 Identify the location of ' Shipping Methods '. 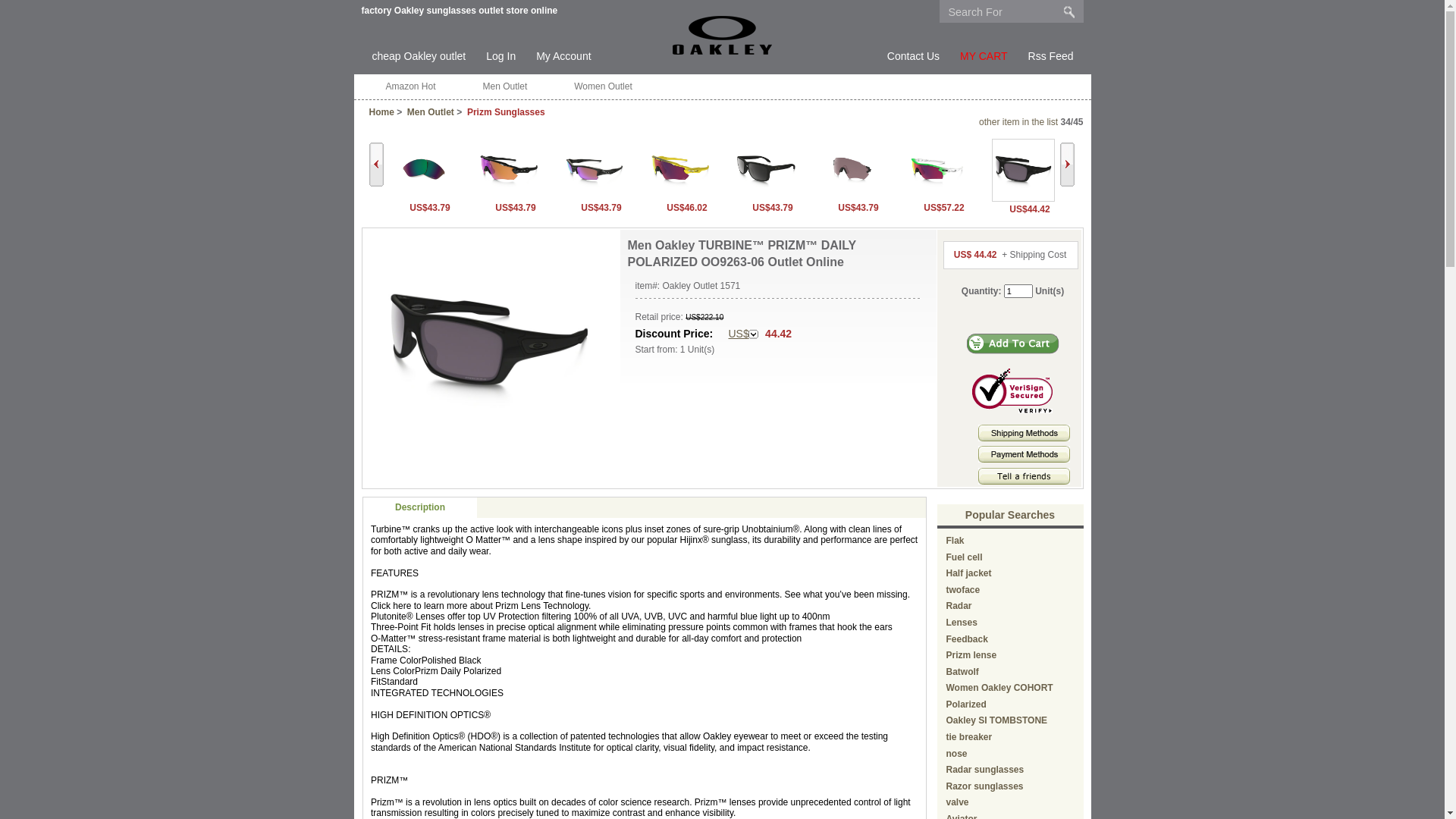
(1024, 432).